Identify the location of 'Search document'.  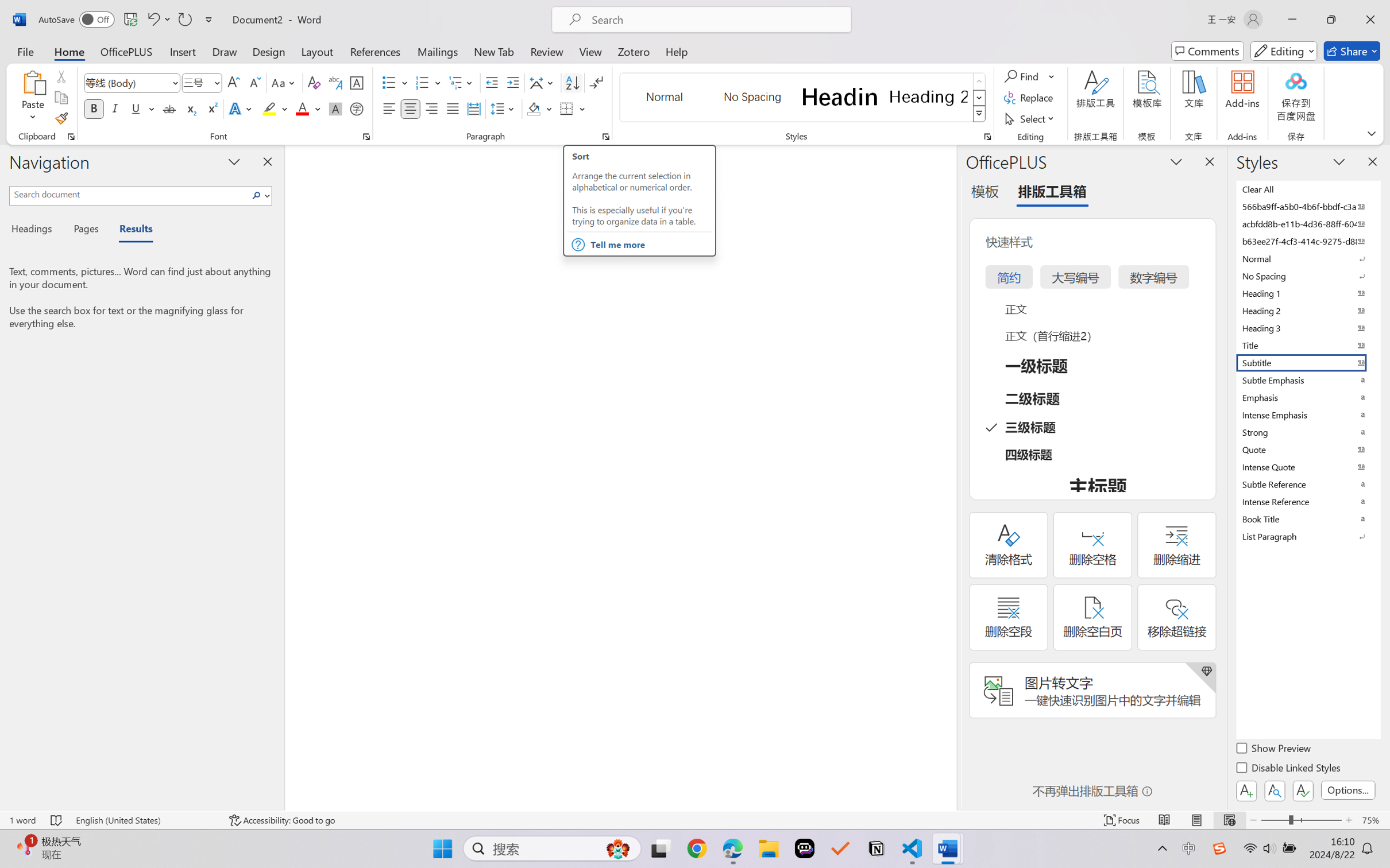
(129, 193).